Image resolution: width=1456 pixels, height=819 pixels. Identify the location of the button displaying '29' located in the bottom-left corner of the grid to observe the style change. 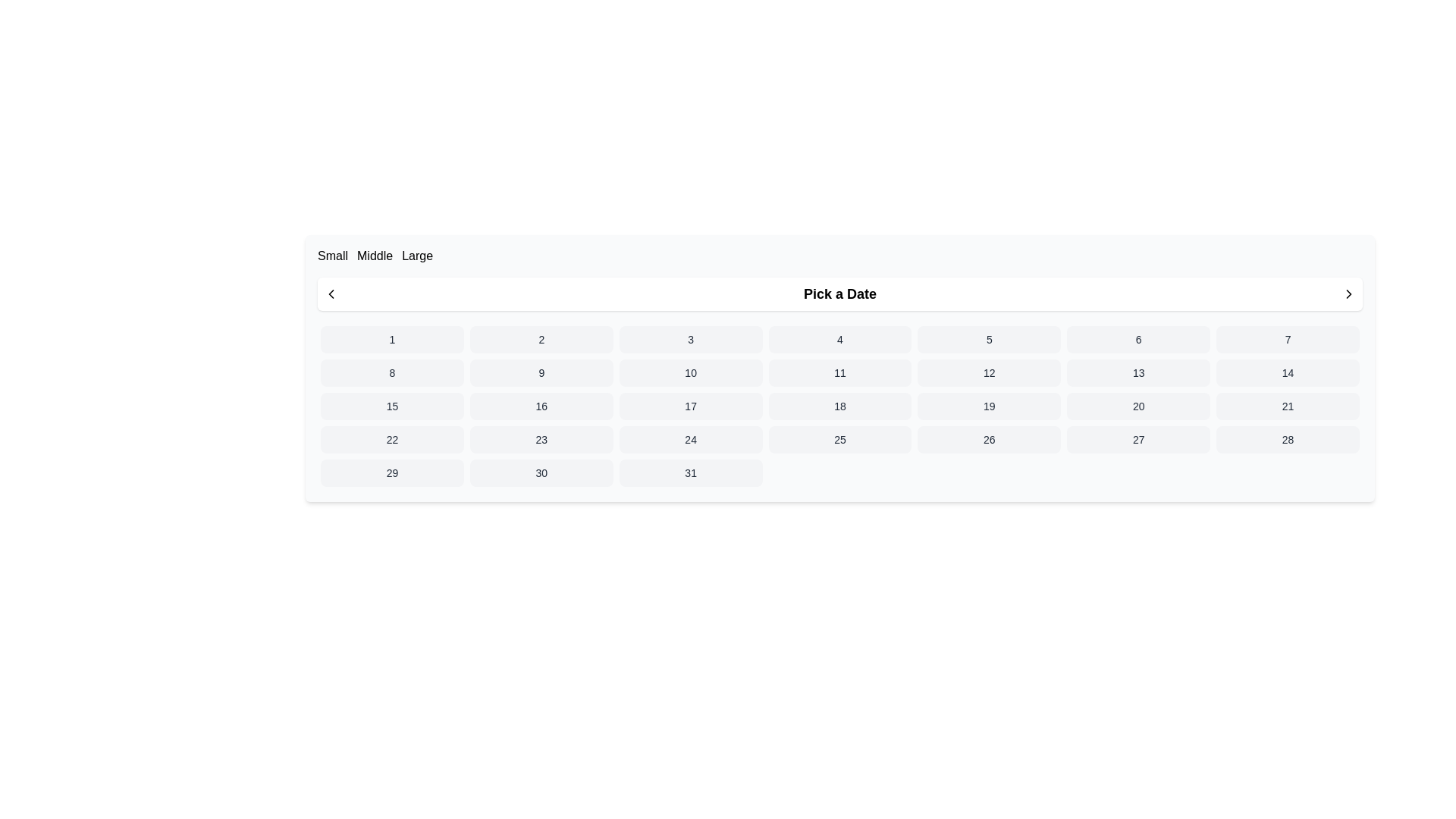
(392, 472).